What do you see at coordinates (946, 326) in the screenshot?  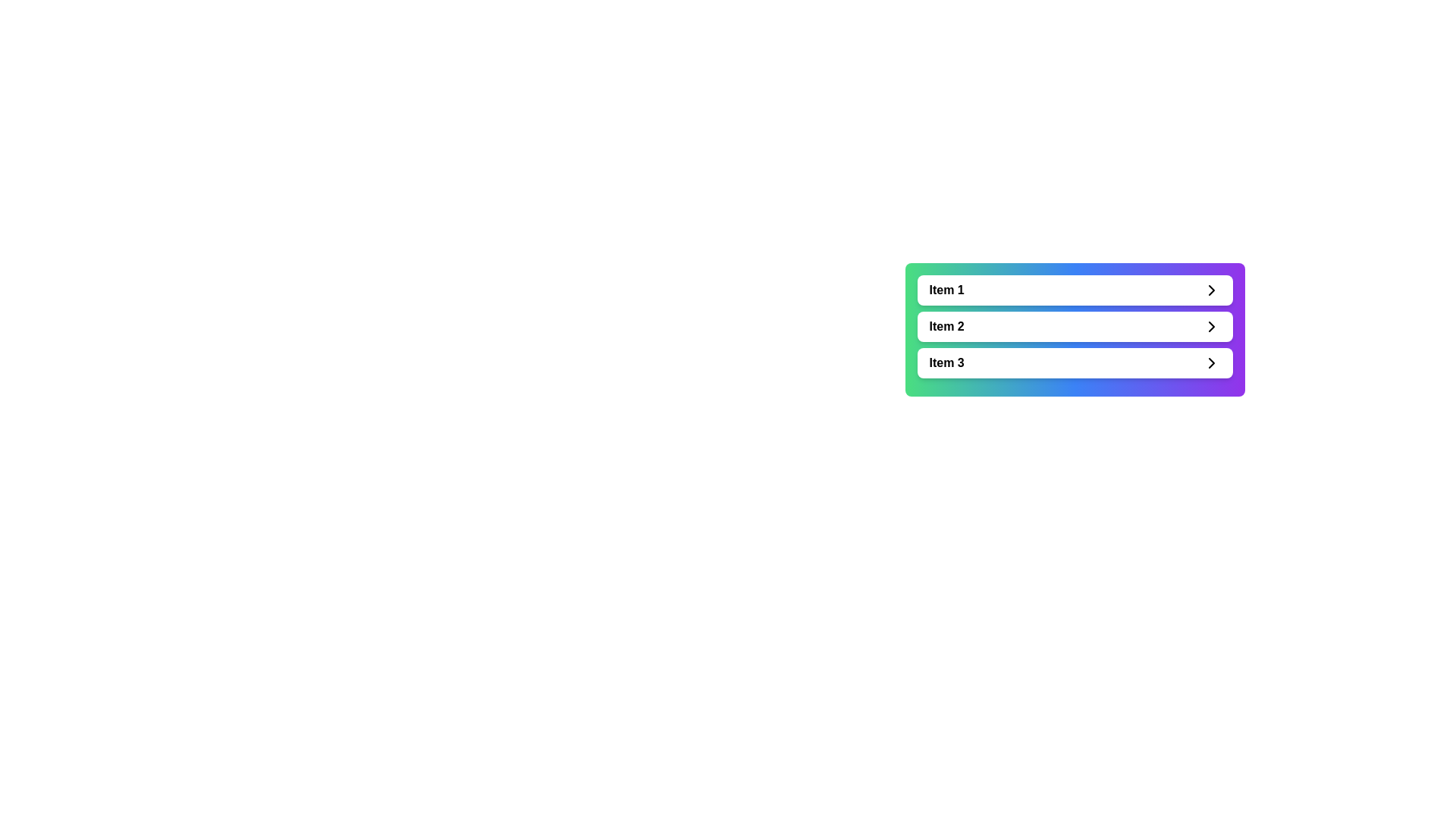 I see `text of the second item in a vertical list labeled 'Item 2', located between 'Item 1' and 'Item 3'` at bounding box center [946, 326].